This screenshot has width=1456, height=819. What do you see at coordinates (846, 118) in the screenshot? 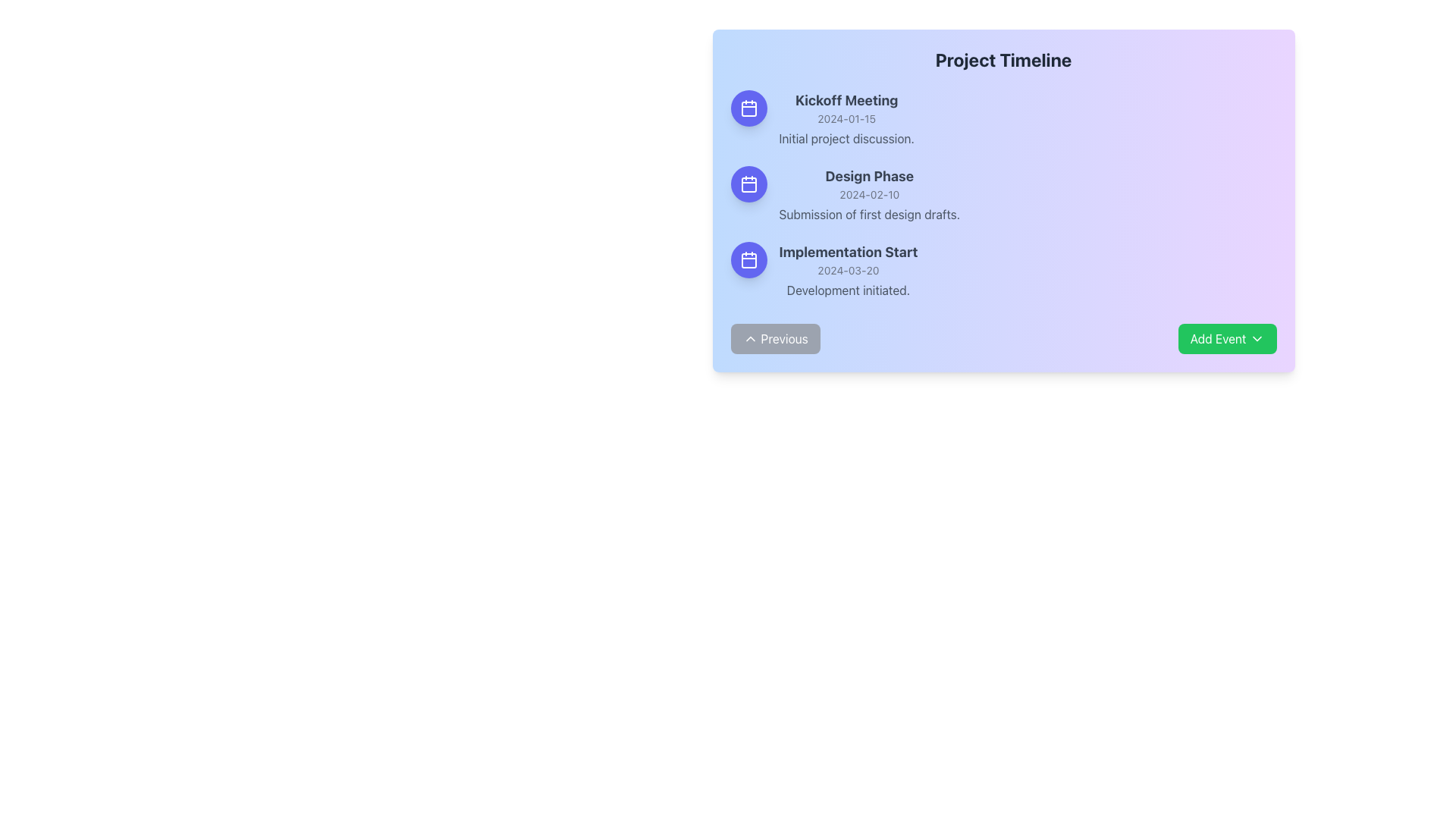
I see `details from the 'Kickoff Meeting' text block, which includes the title, date, and description, positioned in the top-left section of the card under the 'Project Timeline' heading` at bounding box center [846, 118].